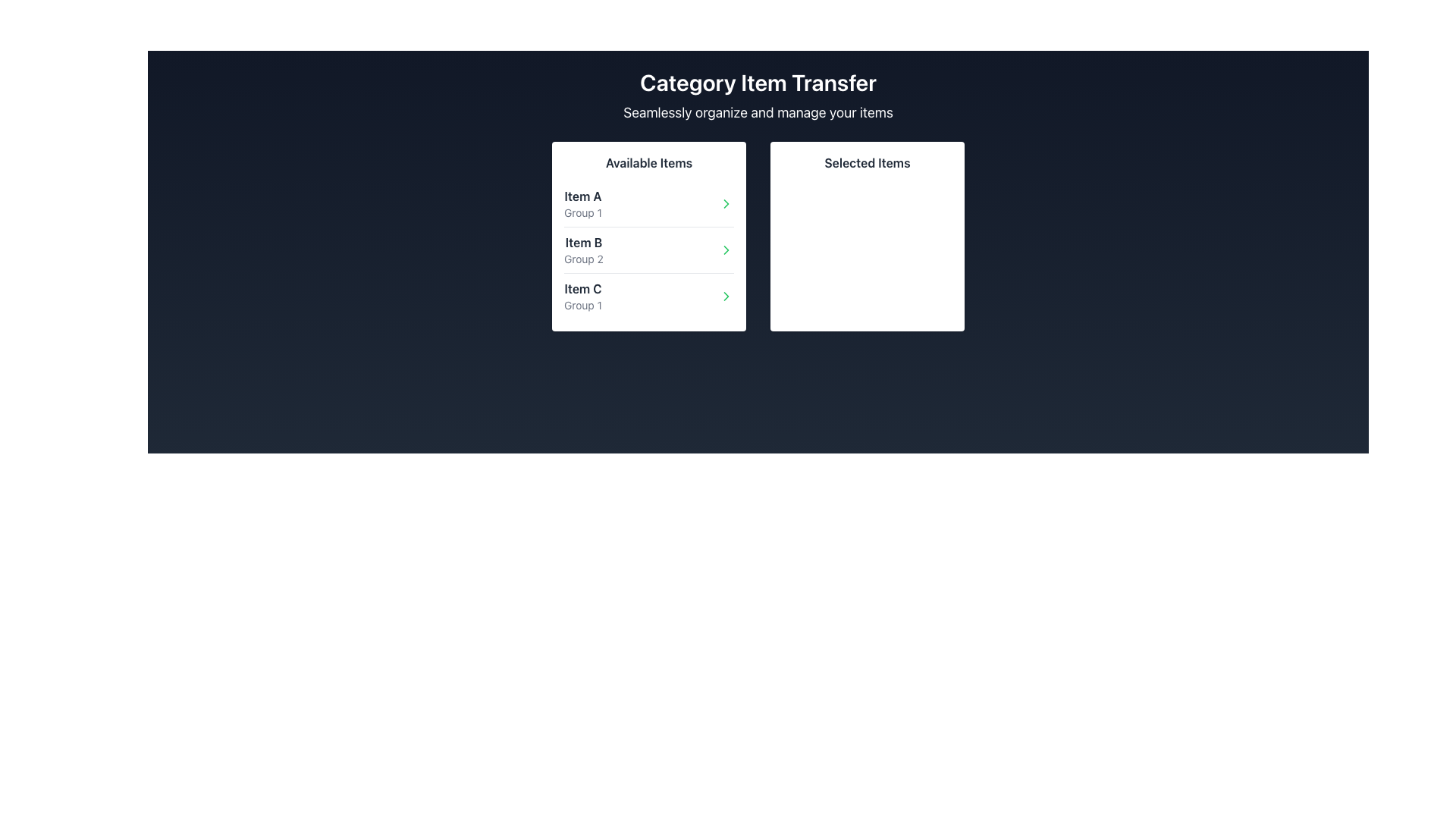 The height and width of the screenshot is (819, 1456). What do you see at coordinates (726, 296) in the screenshot?
I see `the third right-pointing chevron icon associated with 'Item C, Group 1' in the 'Available Items' section of the left panel` at bounding box center [726, 296].